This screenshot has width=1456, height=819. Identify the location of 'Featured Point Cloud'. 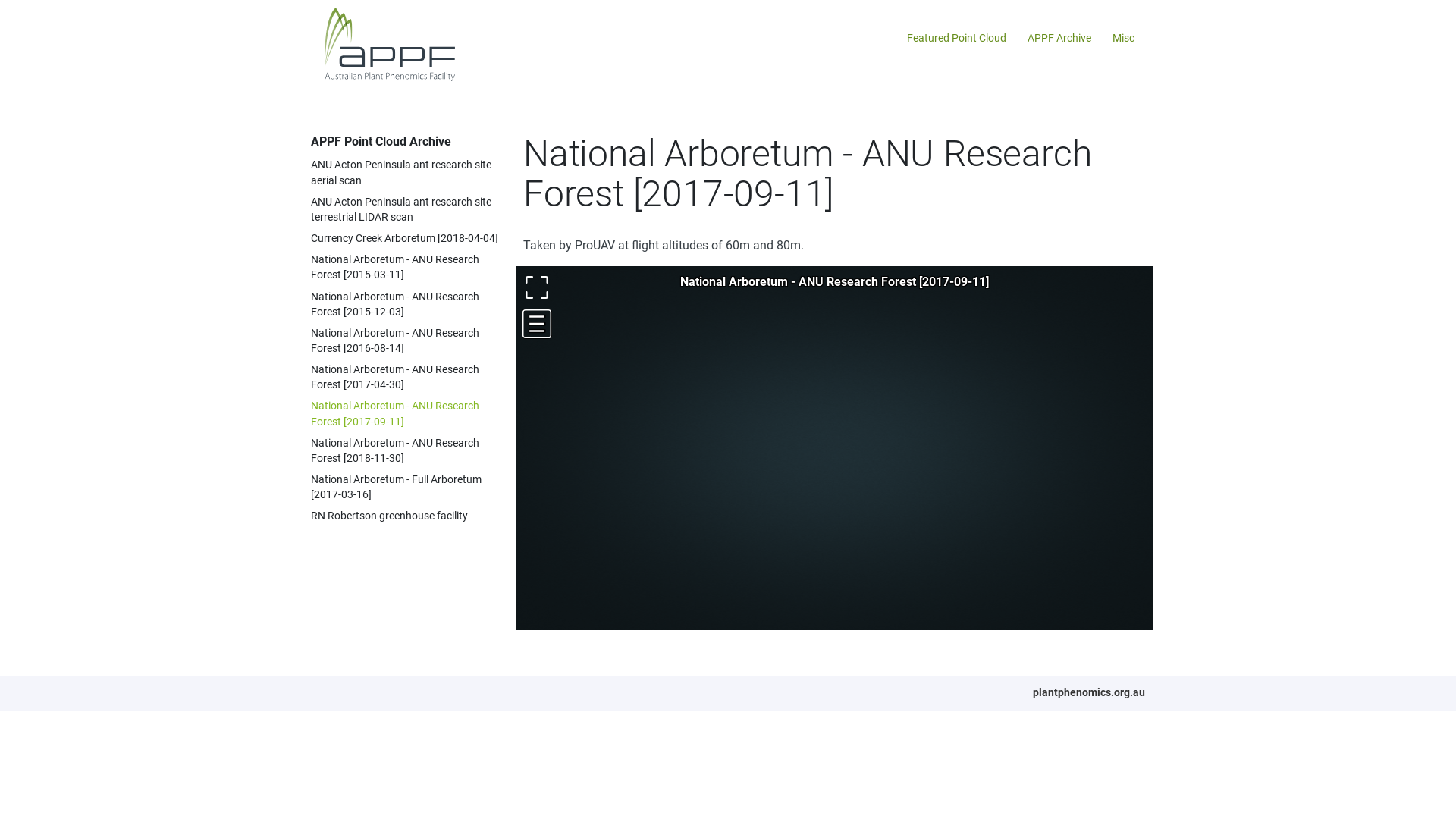
(955, 37).